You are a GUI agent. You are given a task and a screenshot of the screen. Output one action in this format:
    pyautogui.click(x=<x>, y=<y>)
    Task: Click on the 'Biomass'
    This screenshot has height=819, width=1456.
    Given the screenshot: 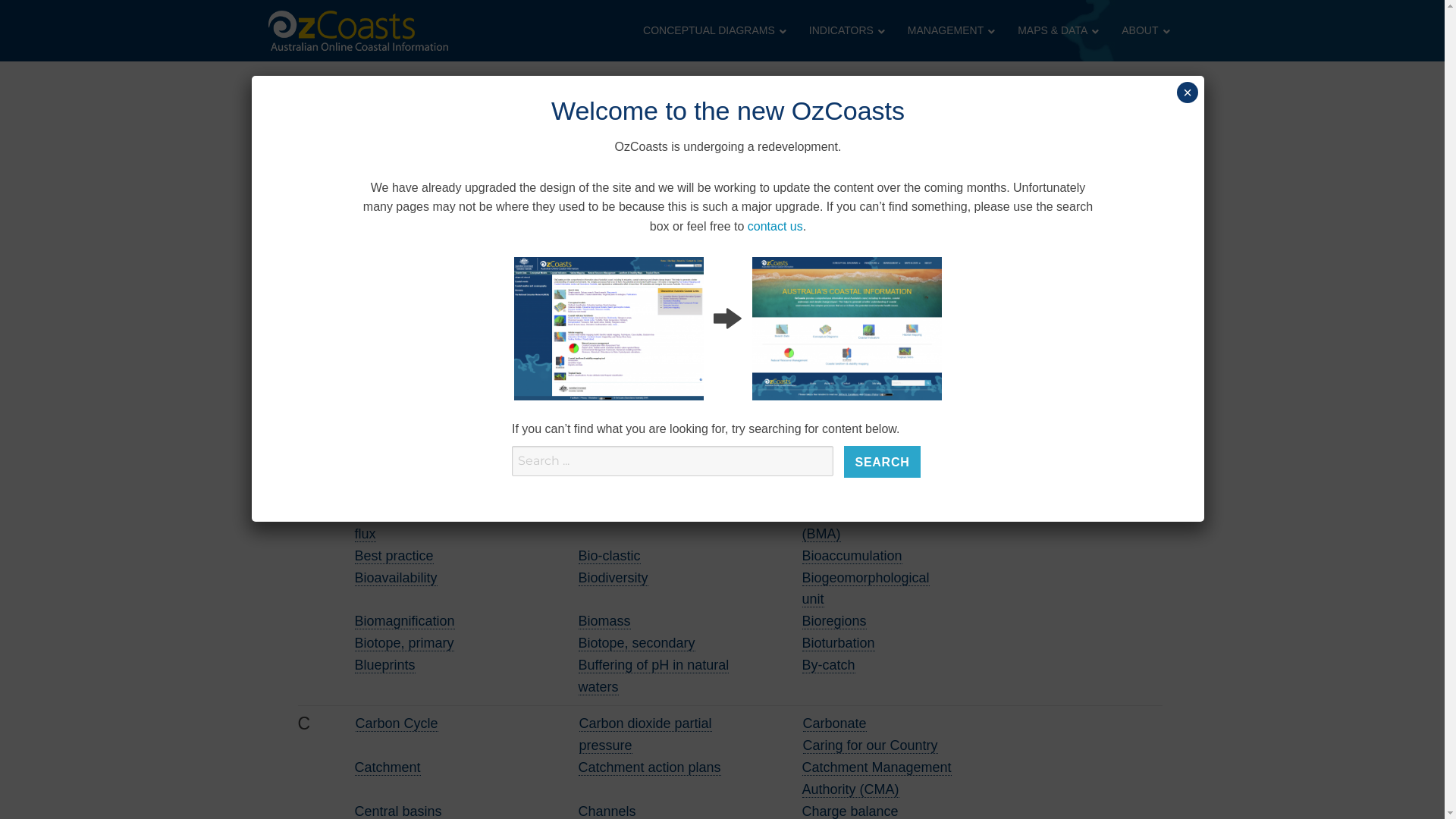 What is the action you would take?
    pyautogui.click(x=603, y=621)
    